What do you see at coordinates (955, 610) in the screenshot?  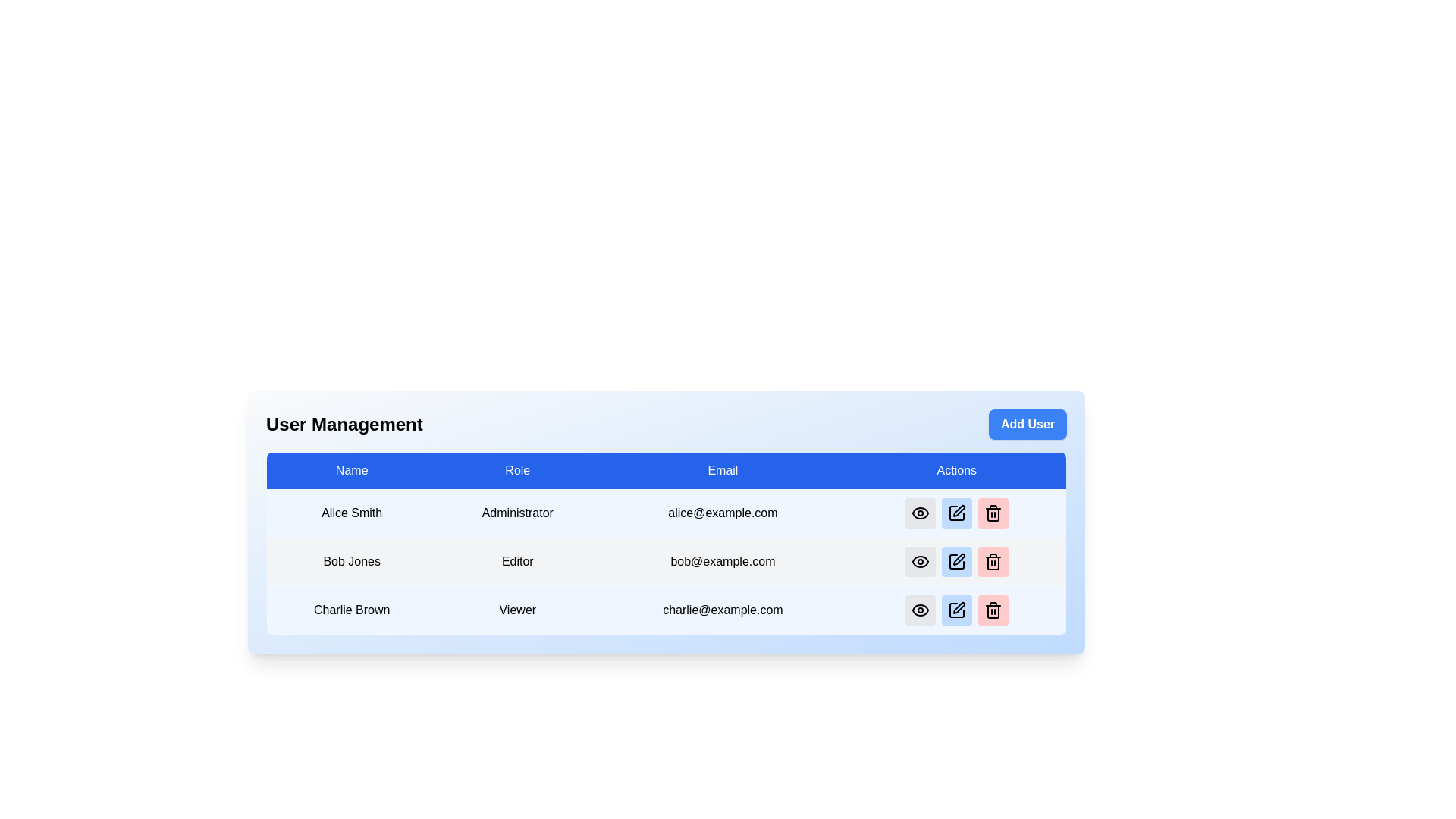 I see `the second icon button in the 'Actions' column to initiate editing of user data for 'Charlie Brown'` at bounding box center [955, 610].